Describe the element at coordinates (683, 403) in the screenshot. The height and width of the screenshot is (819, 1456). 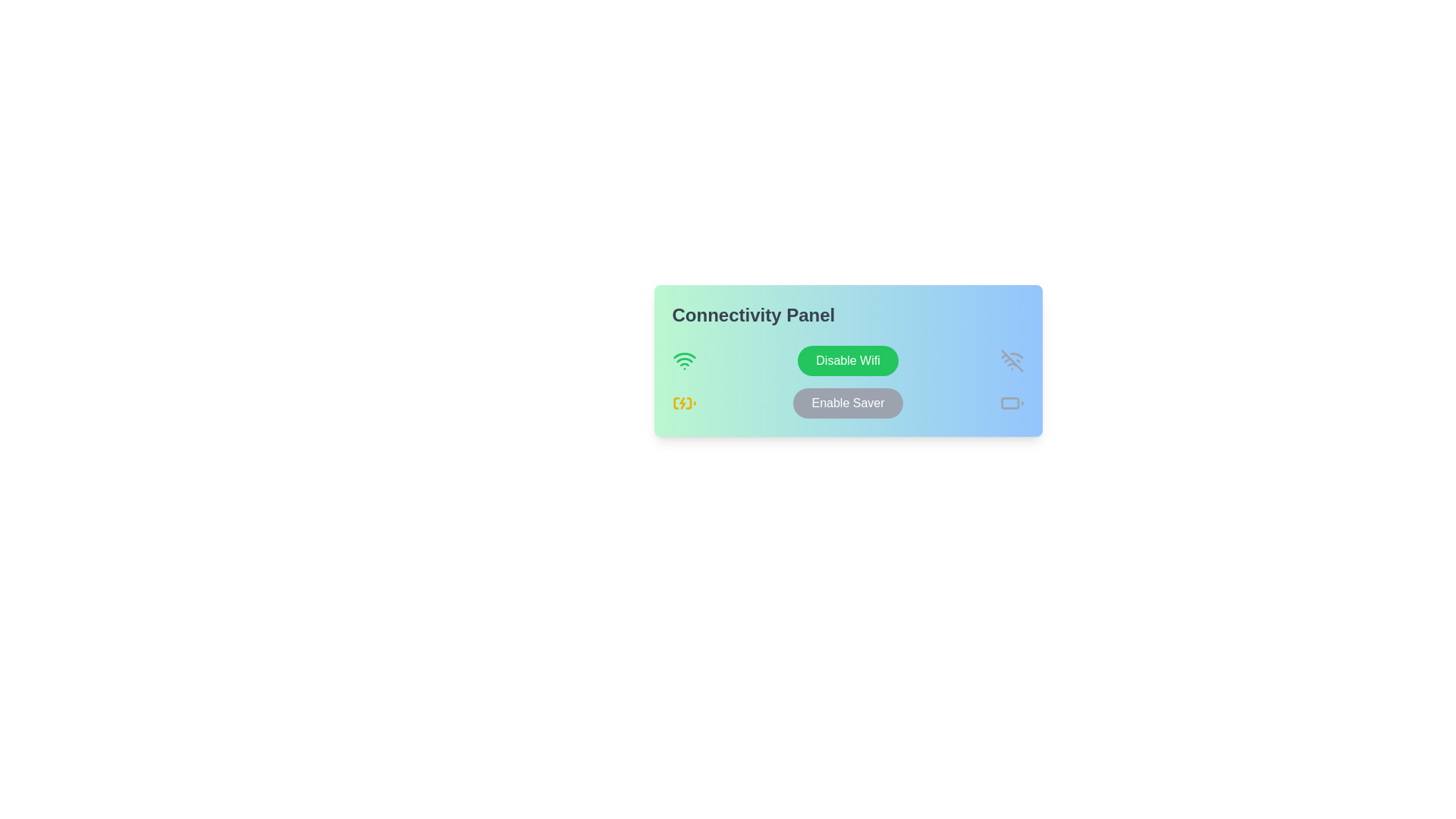
I see `the yellow battery charging icon with a lightning bolt, located in the connectivity panel, positioned above the 'Enable Saver' button` at that location.